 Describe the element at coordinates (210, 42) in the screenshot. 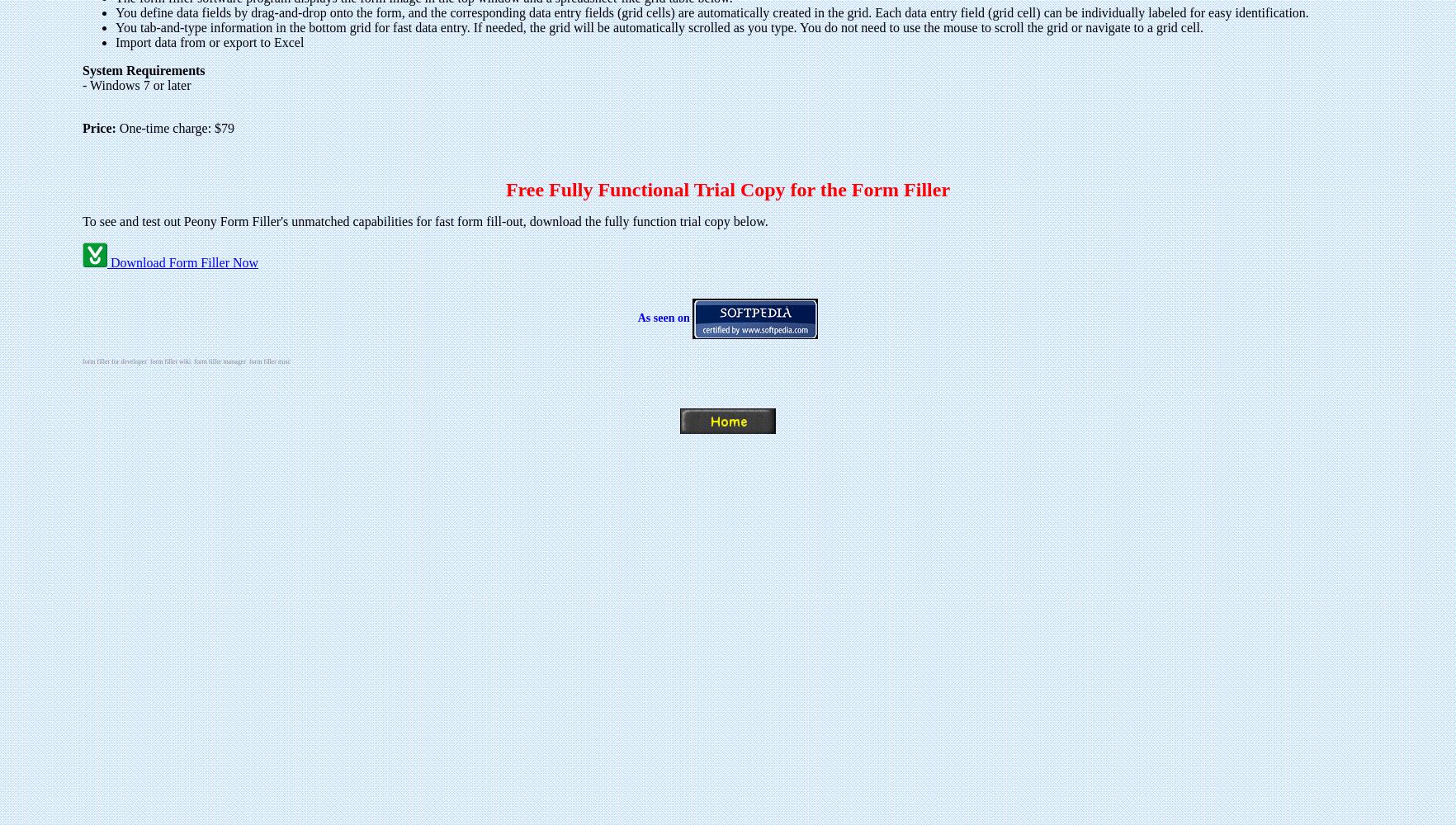

I see `'Import data from or export to Excel'` at that location.